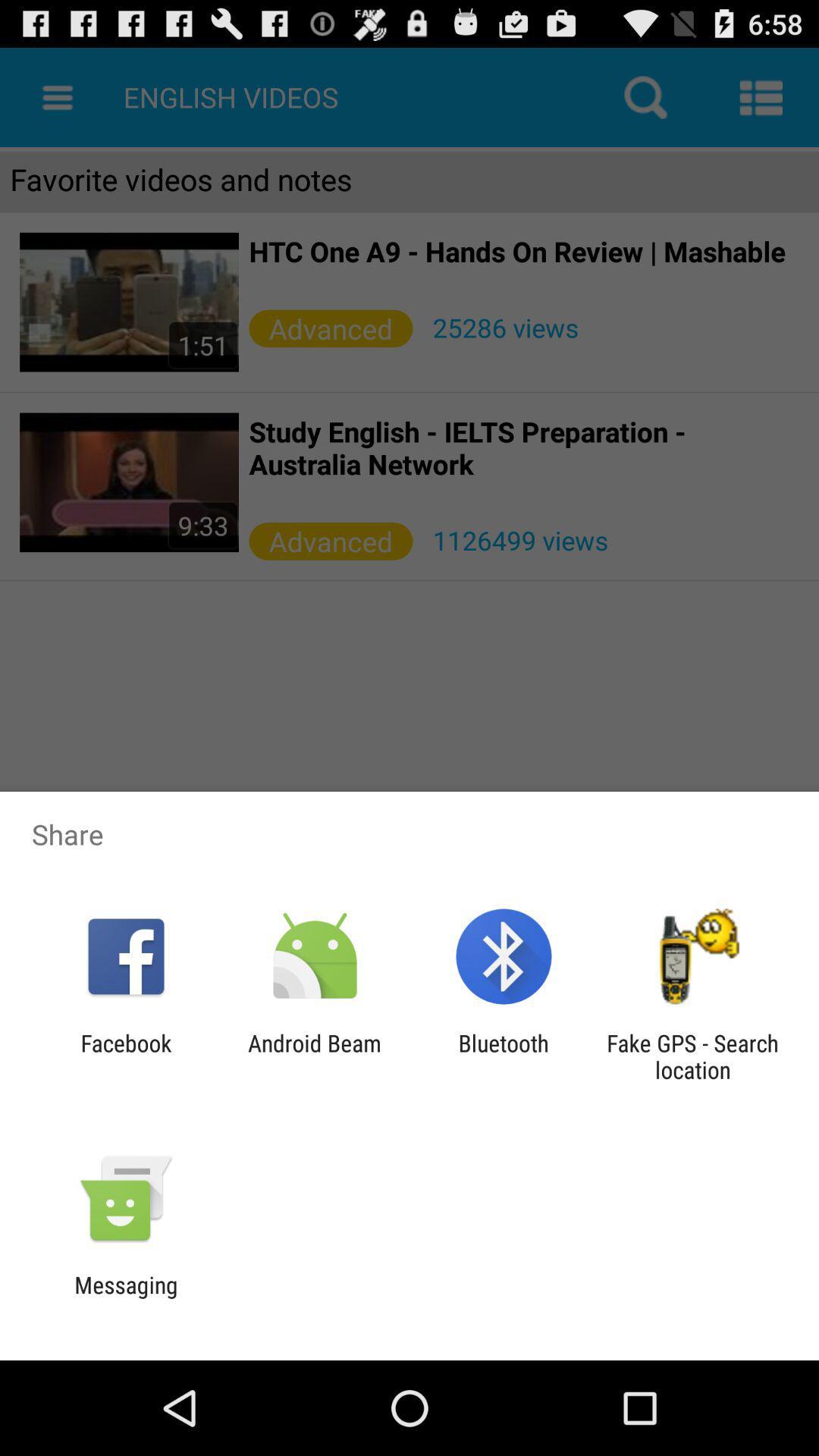 Image resolution: width=819 pixels, height=1456 pixels. Describe the element at coordinates (314, 1056) in the screenshot. I see `icon to the left of bluetooth` at that location.